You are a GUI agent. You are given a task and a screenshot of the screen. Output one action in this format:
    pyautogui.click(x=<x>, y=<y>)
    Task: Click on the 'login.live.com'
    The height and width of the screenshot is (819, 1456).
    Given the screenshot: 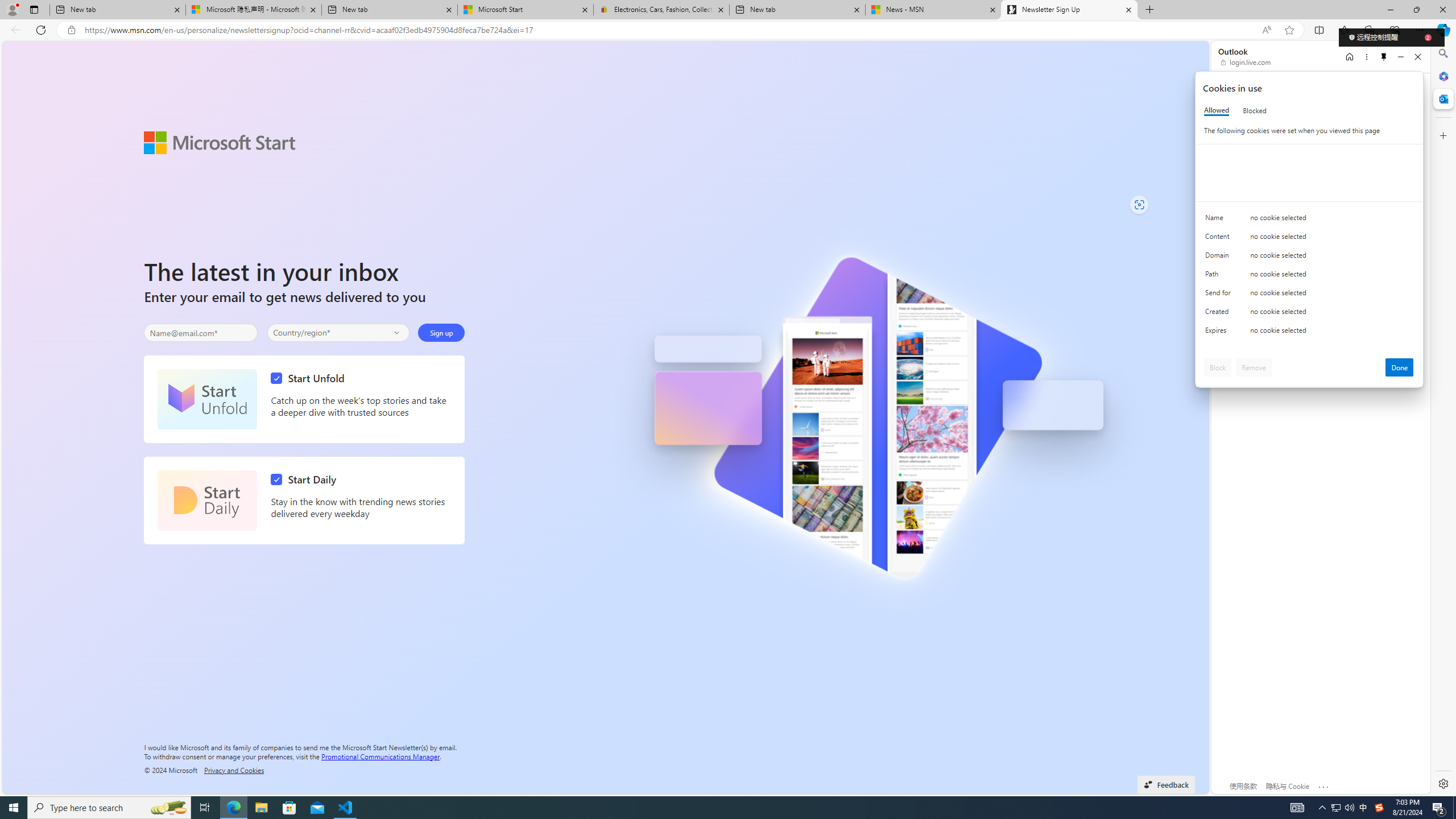 What is the action you would take?
    pyautogui.click(x=1246, y=61)
    